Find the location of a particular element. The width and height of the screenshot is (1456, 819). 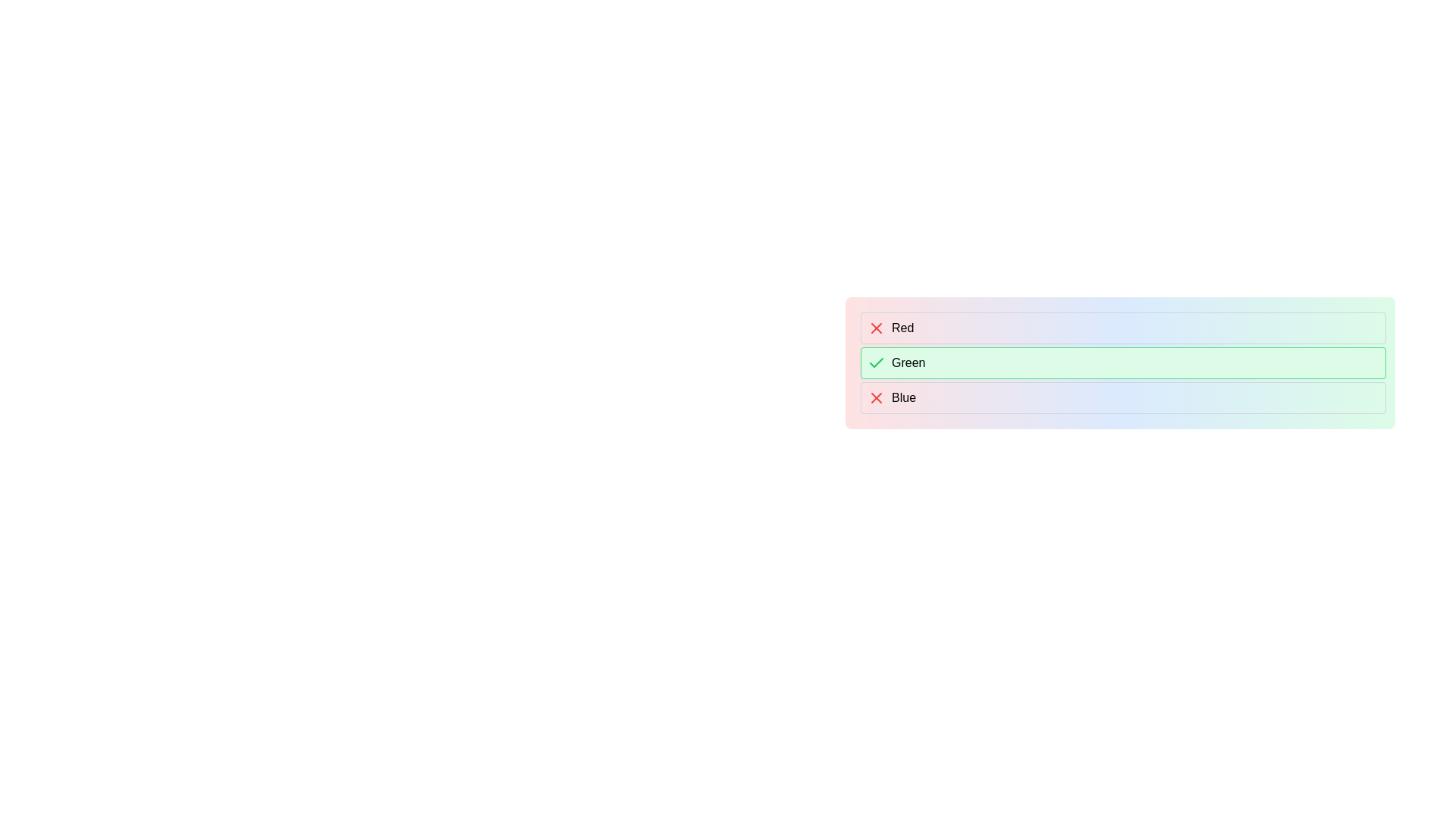

the green check icon, which signifies a positive confirmation, located to the left of the text 'Green' within a green rectangle is located at coordinates (877, 362).